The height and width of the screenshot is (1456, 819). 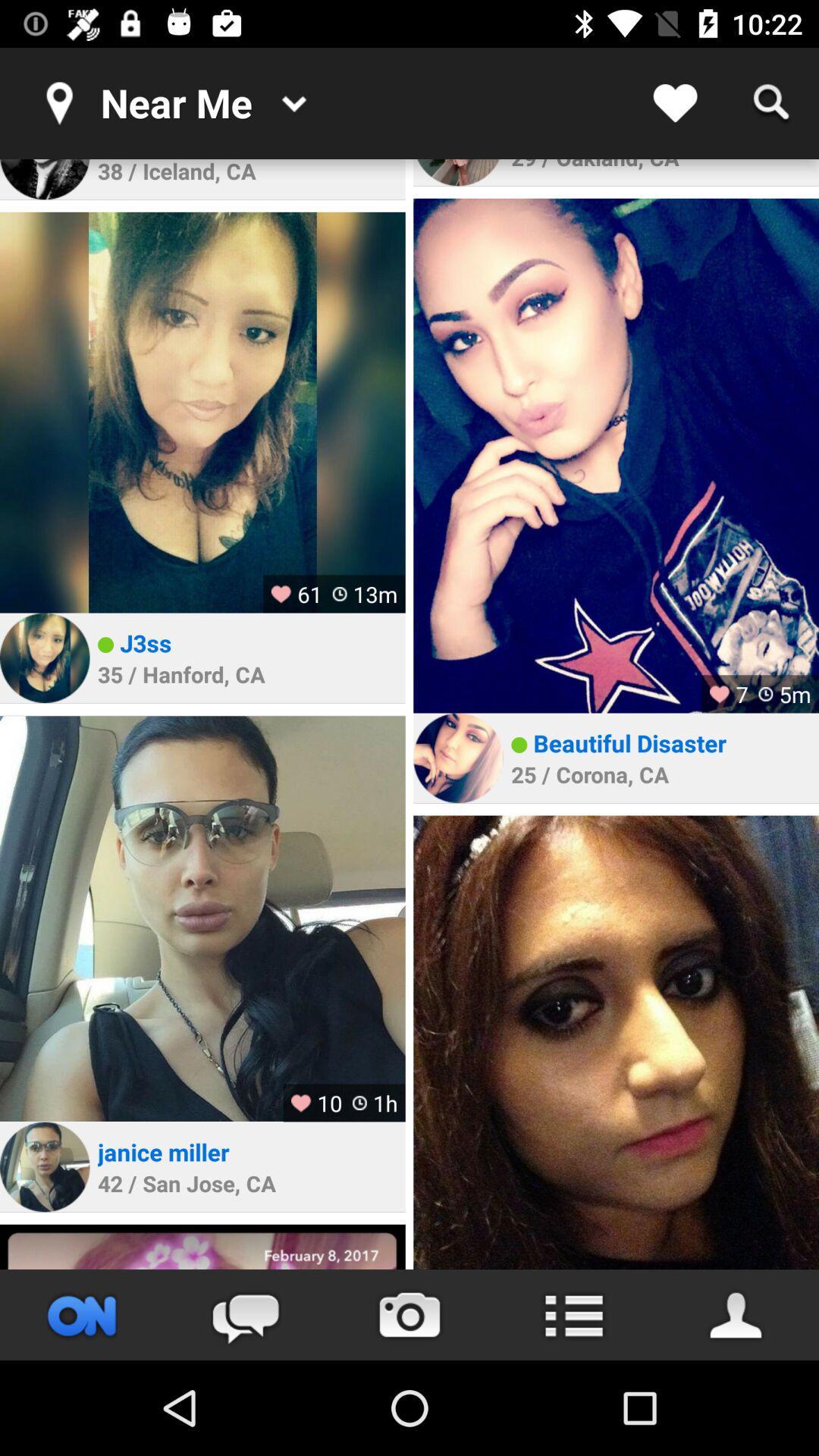 I want to click on image, so click(x=616, y=455).